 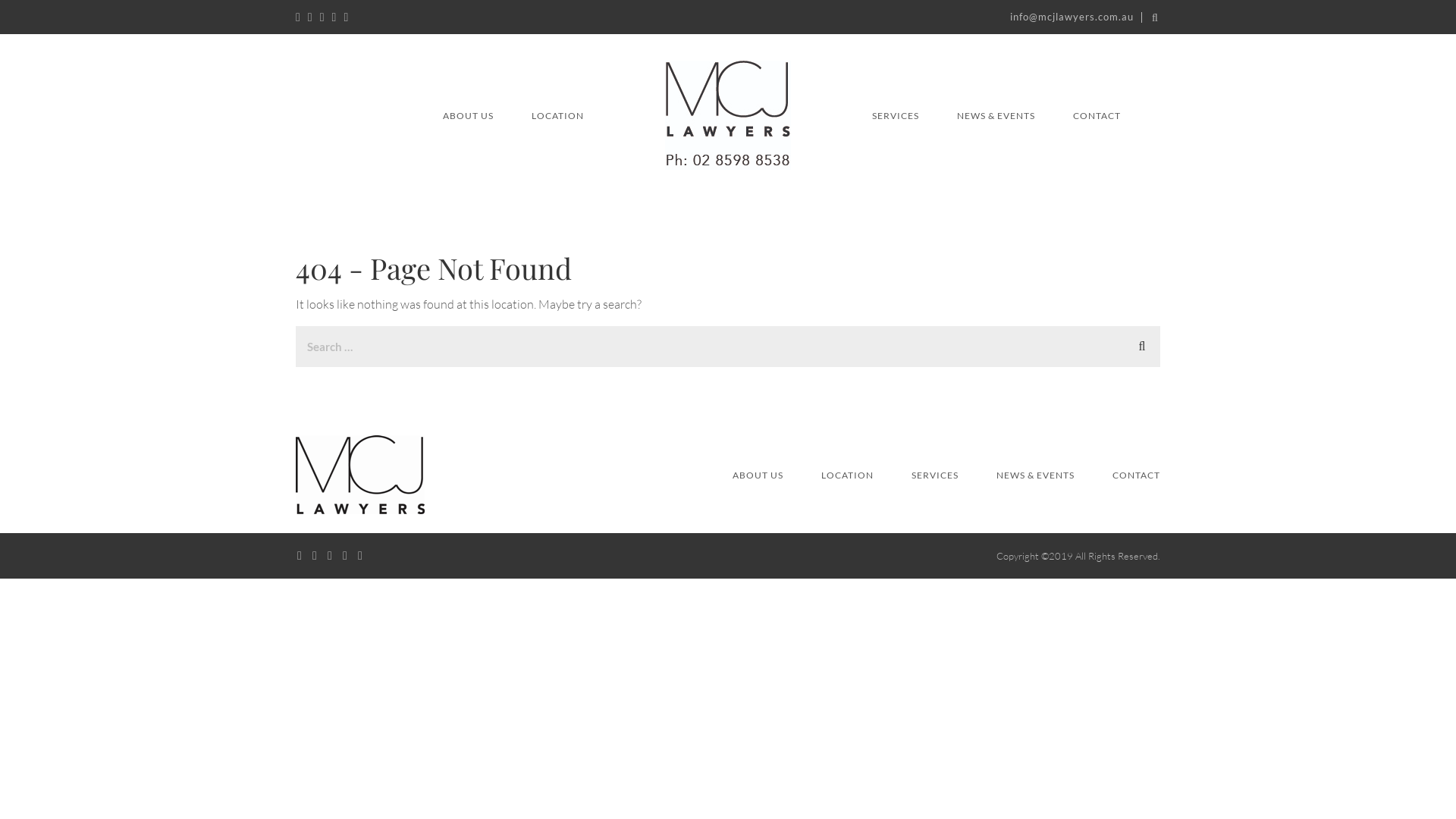 What do you see at coordinates (1142, 344) in the screenshot?
I see `'Search'` at bounding box center [1142, 344].